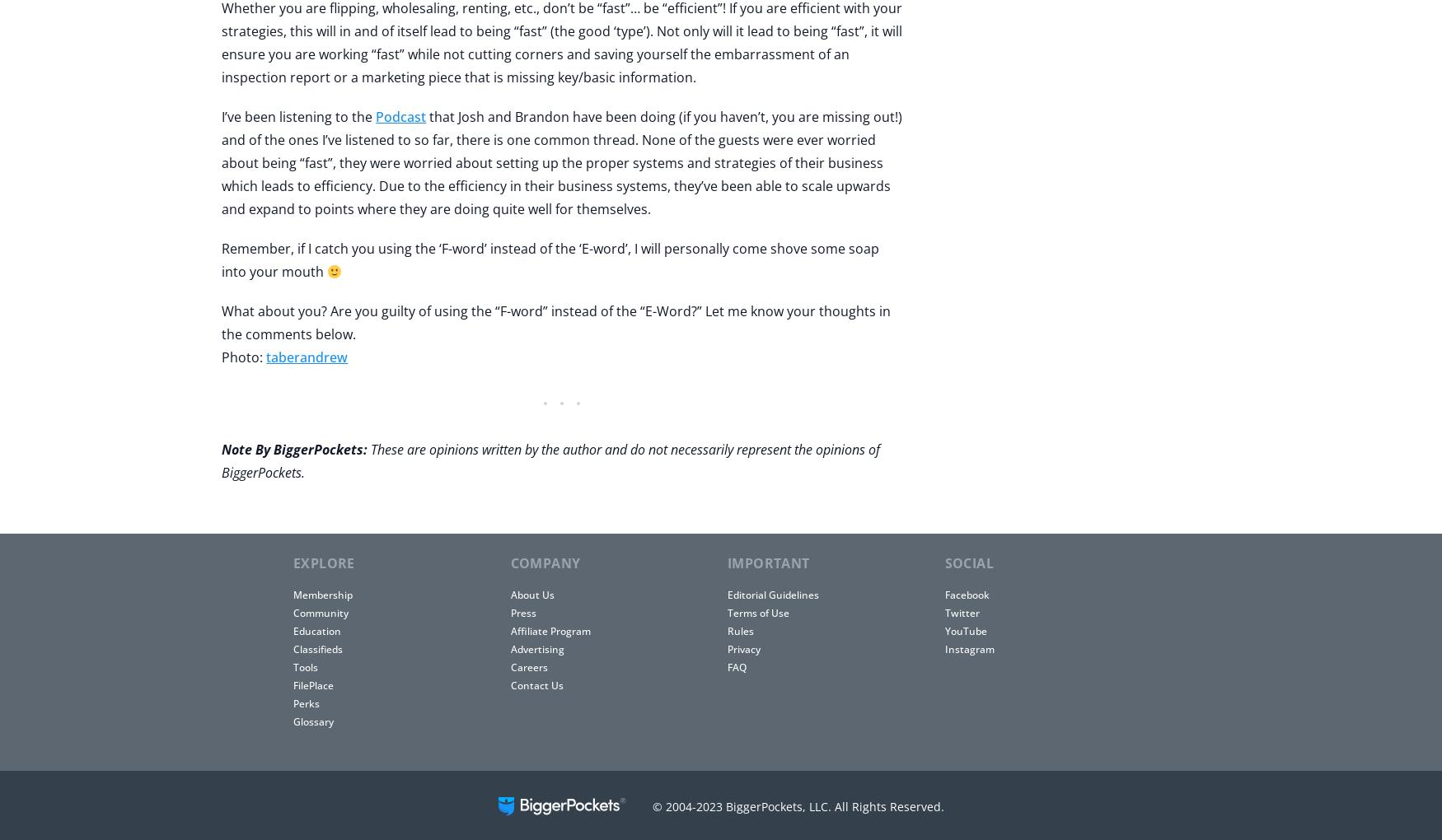 The height and width of the screenshot is (840, 1442). Describe the element at coordinates (966, 594) in the screenshot. I see `'Facebook'` at that location.